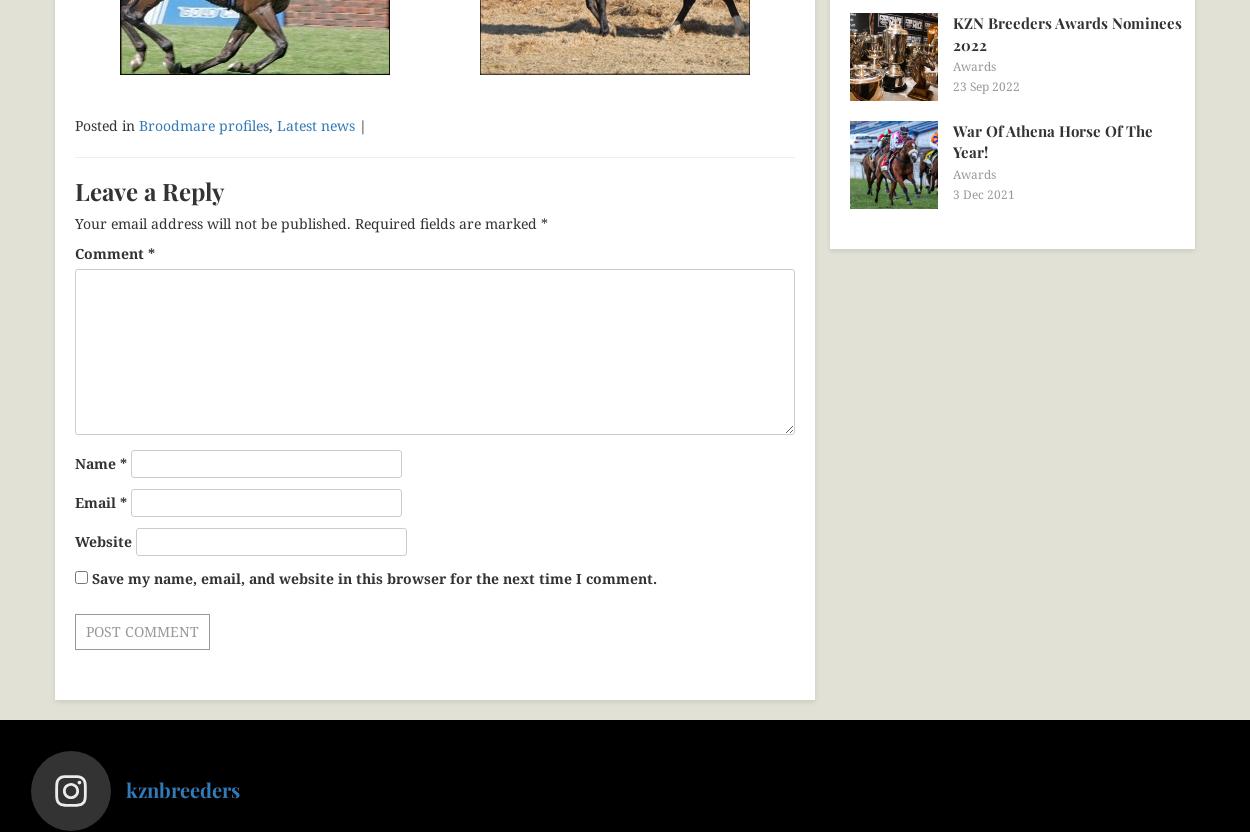 This screenshot has width=1250, height=832. What do you see at coordinates (212, 223) in the screenshot?
I see `'Your email address will not be published.'` at bounding box center [212, 223].